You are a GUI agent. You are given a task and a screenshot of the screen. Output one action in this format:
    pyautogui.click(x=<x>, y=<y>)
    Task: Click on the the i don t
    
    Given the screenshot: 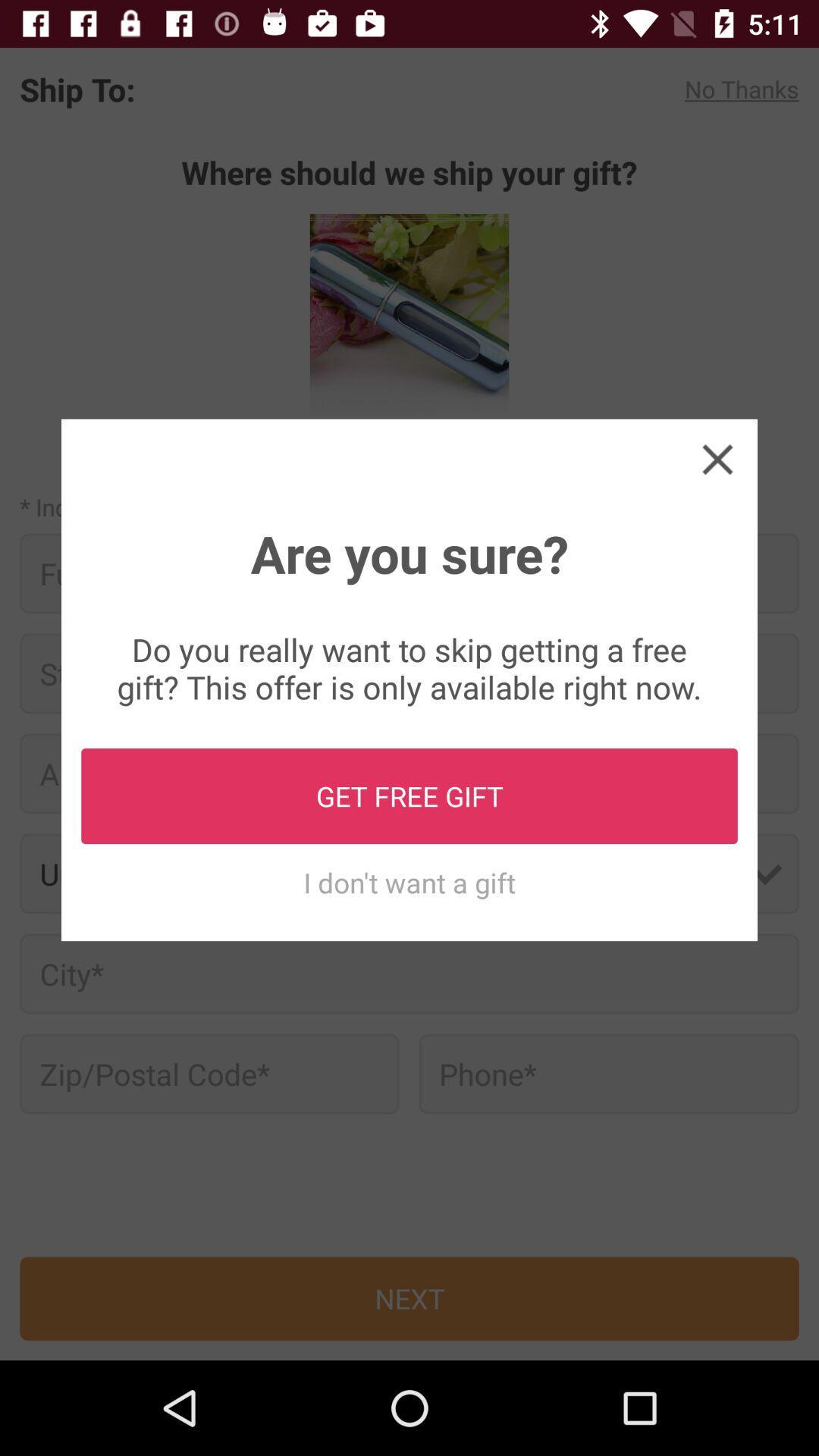 What is the action you would take?
    pyautogui.click(x=409, y=882)
    